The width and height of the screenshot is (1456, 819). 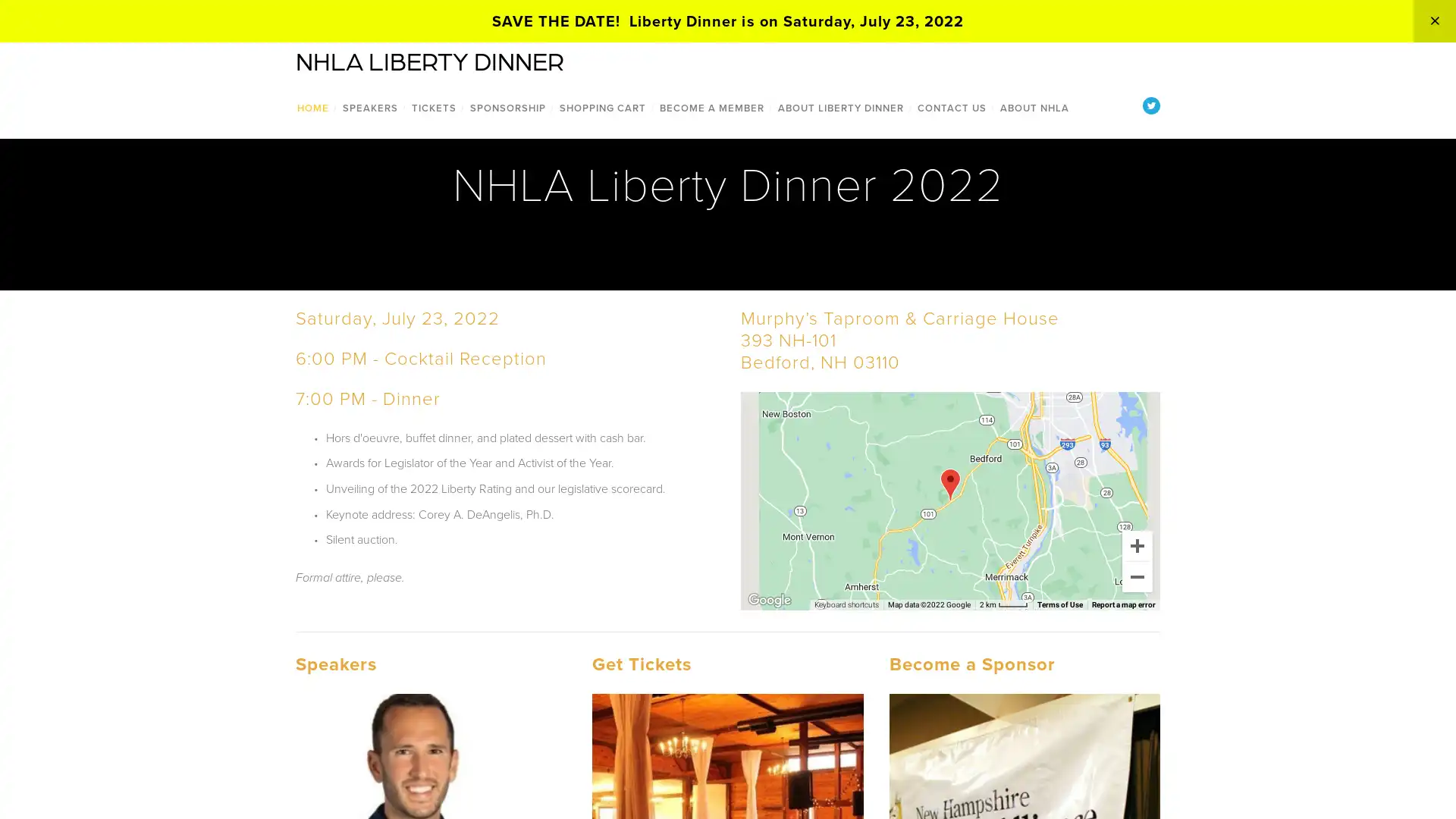 What do you see at coordinates (846, 604) in the screenshot?
I see `Keyboard shortcuts` at bounding box center [846, 604].